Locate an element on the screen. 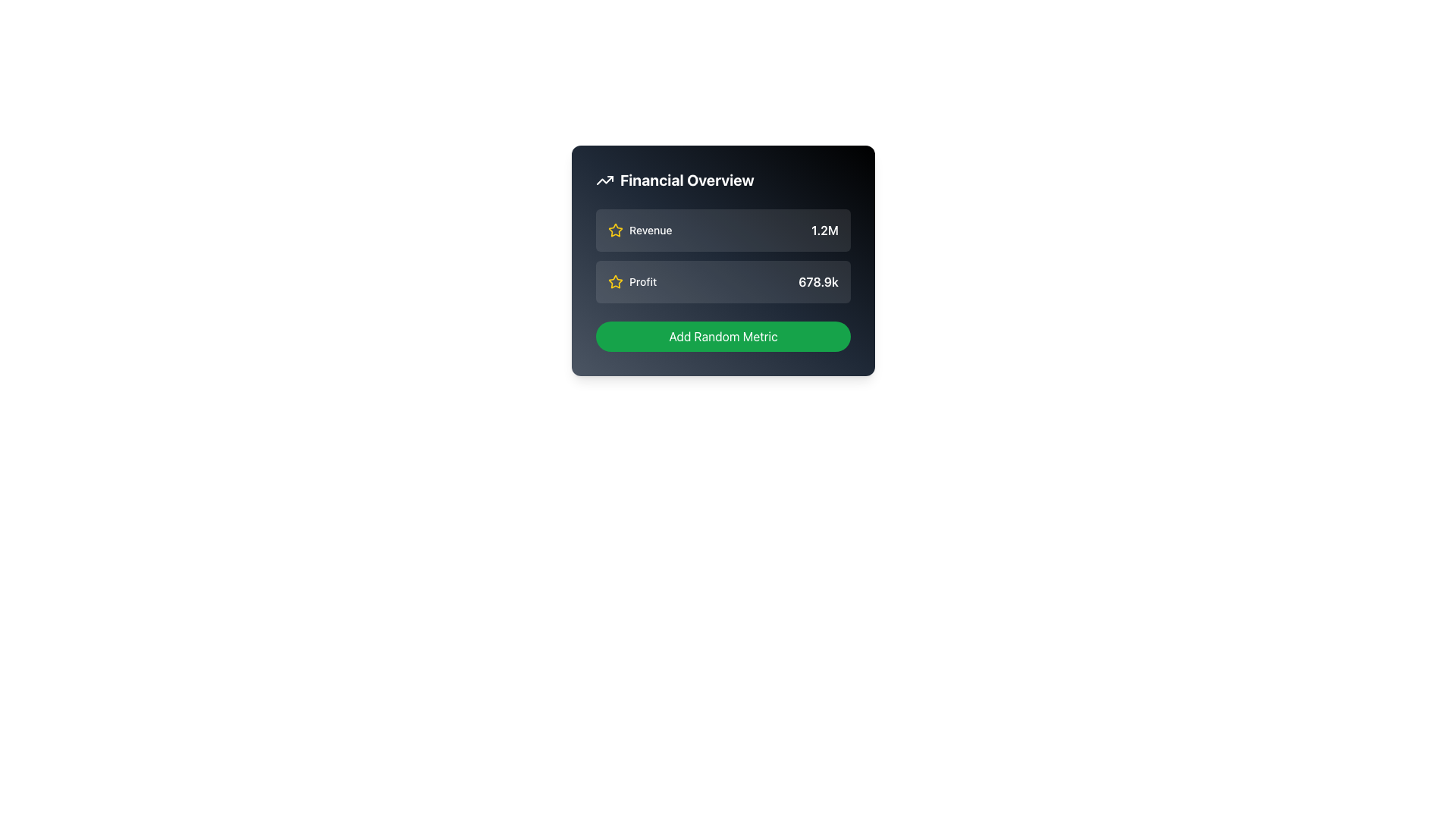 Image resolution: width=1456 pixels, height=819 pixels. text label 'Revenue' located in the 'Financial Overview' section, positioned to the right of the yellow star icon and to the left of the numerical value '1.2M' is located at coordinates (651, 231).